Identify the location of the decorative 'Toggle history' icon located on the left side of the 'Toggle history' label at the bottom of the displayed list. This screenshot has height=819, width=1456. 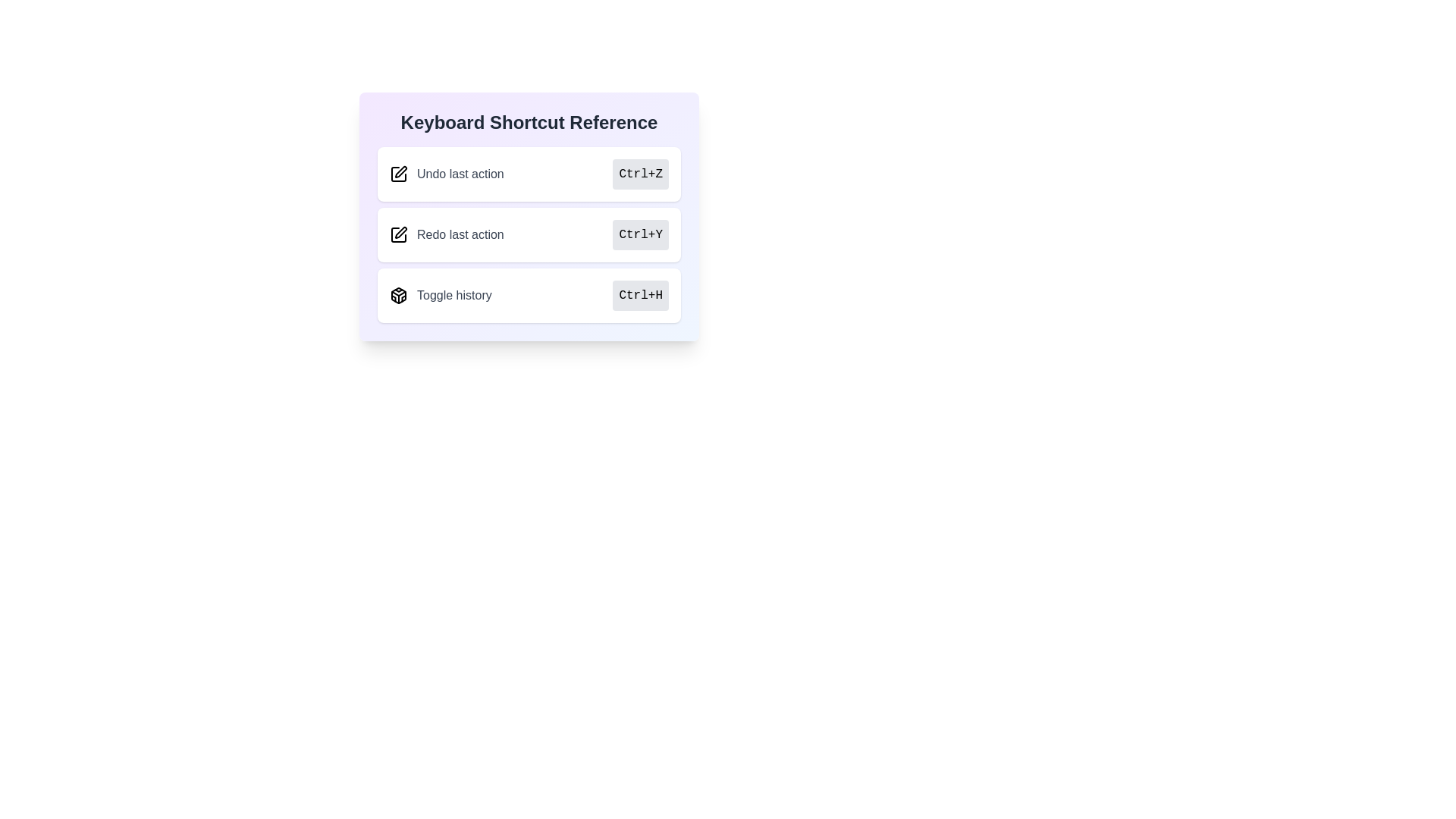
(399, 295).